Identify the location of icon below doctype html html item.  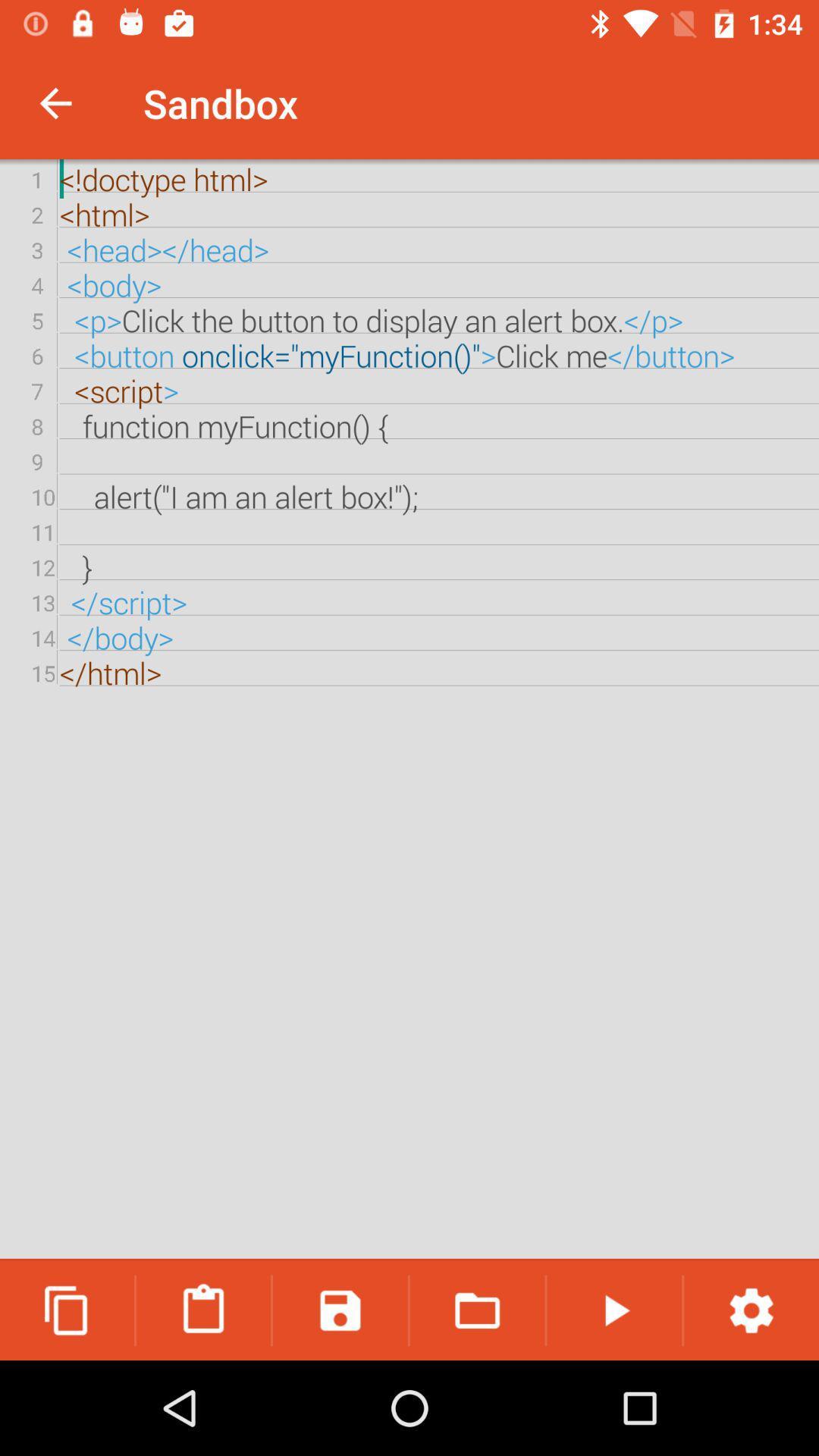
(476, 1310).